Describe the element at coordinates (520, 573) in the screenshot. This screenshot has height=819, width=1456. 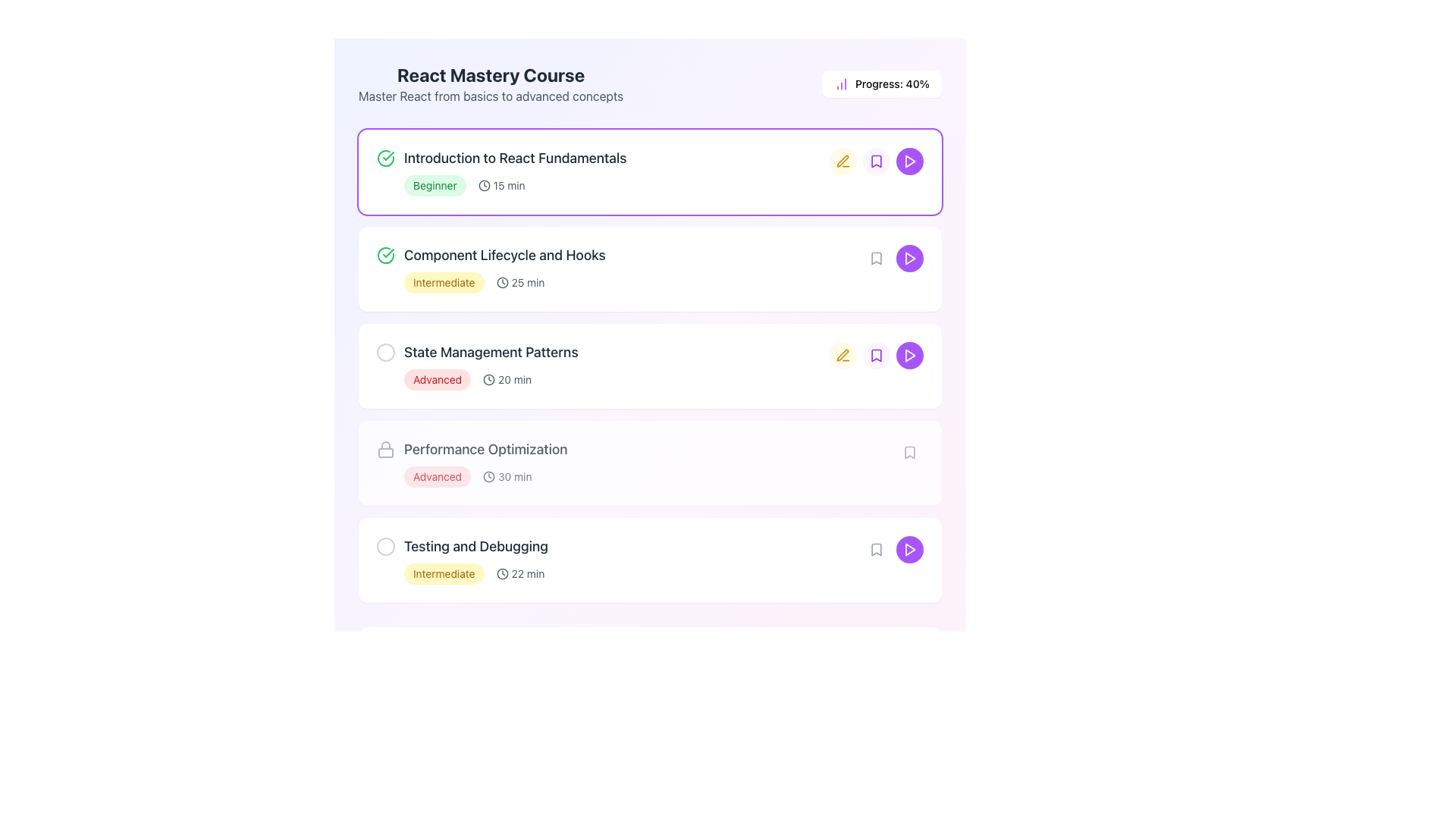
I see `the gray-colored label displaying '22 min' located in the 'Testing and Debugging' section, aligned to the right of the 'Intermediate' tag` at that location.